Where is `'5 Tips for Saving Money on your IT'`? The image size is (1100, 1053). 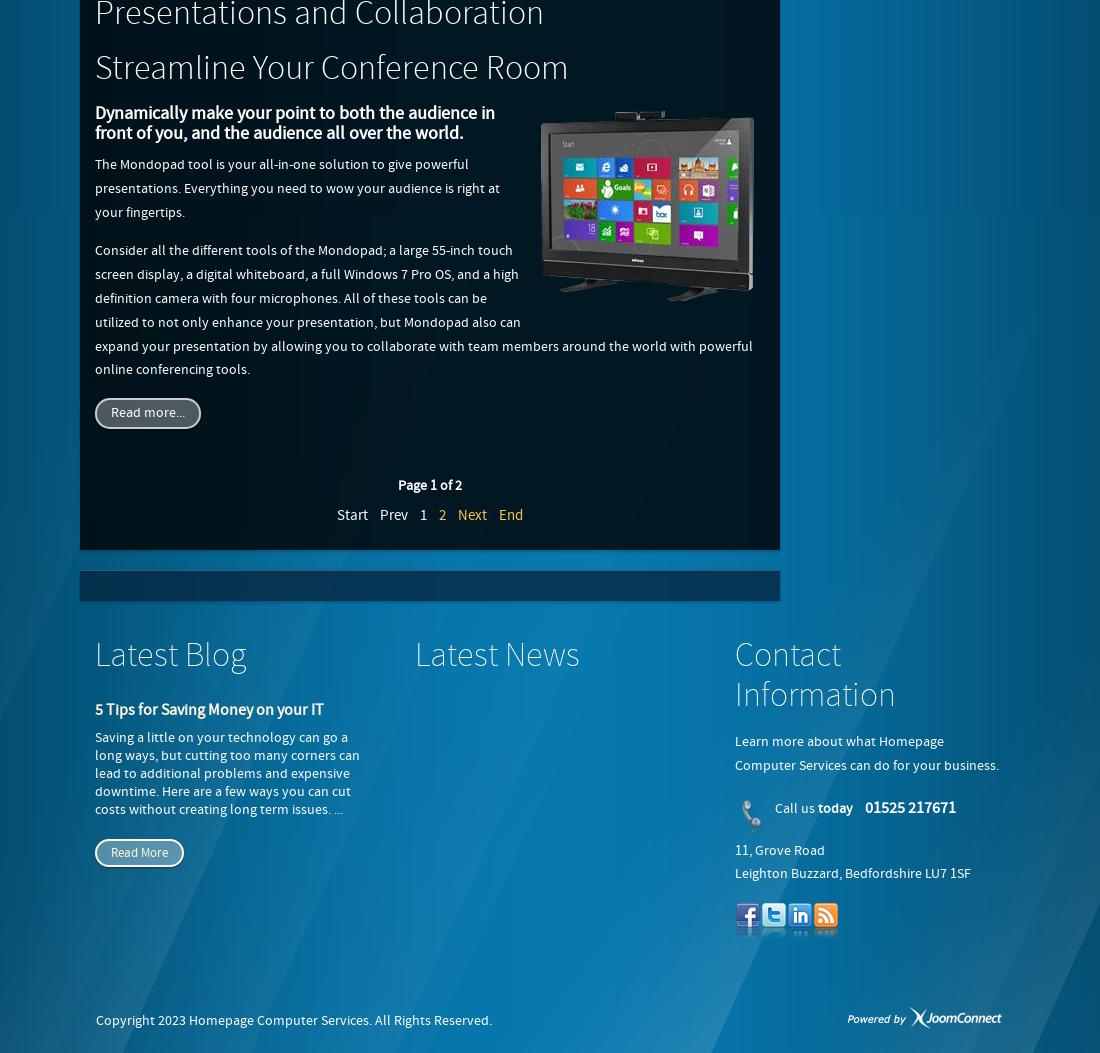 '5 Tips for Saving Money on your IT' is located at coordinates (209, 710).